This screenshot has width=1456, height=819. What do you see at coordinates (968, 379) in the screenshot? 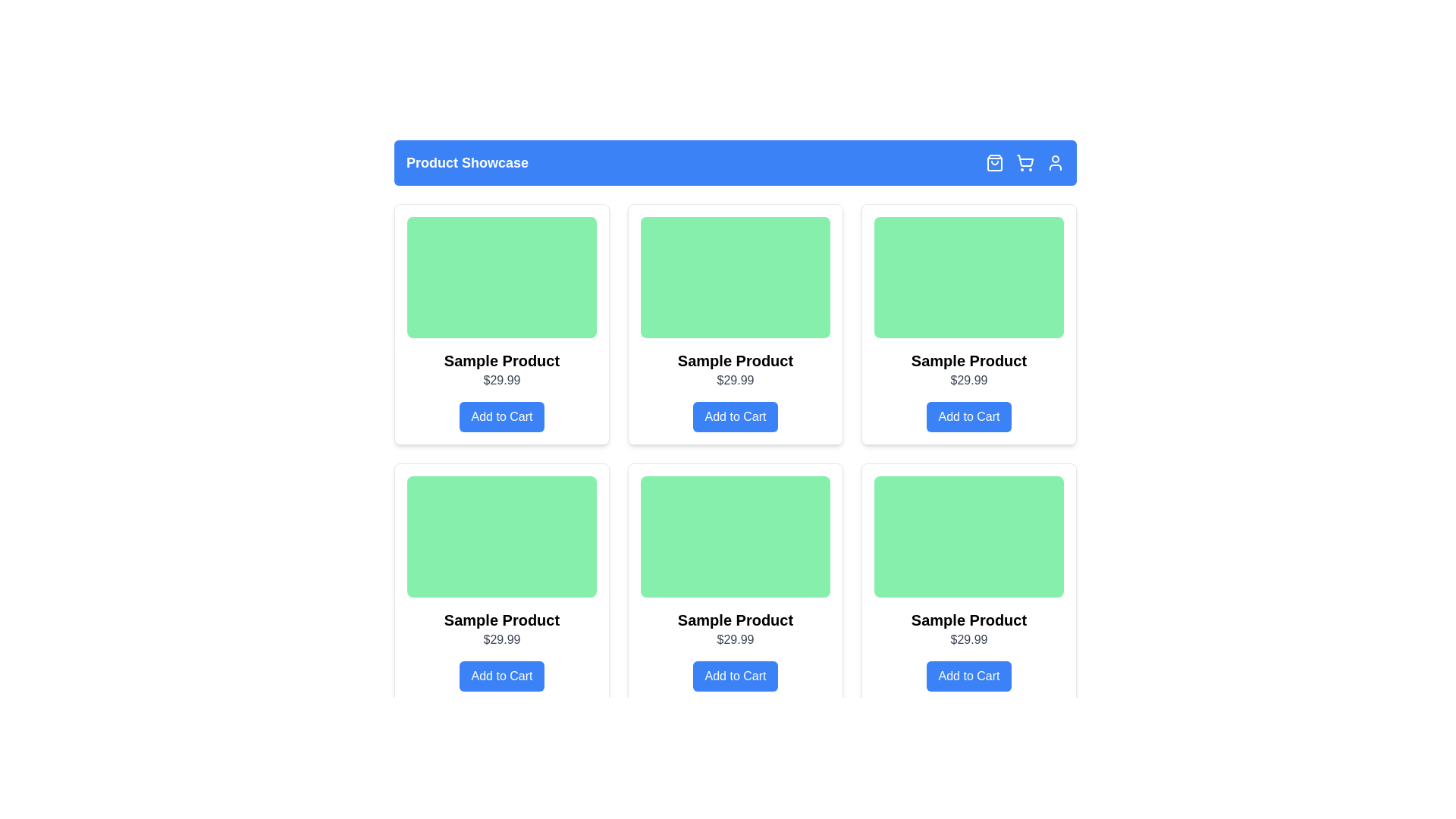
I see `the price label displaying '$29.99', which is located within the product card in the third column of the top row, directly beneath the title 'Sample Product'` at bounding box center [968, 379].